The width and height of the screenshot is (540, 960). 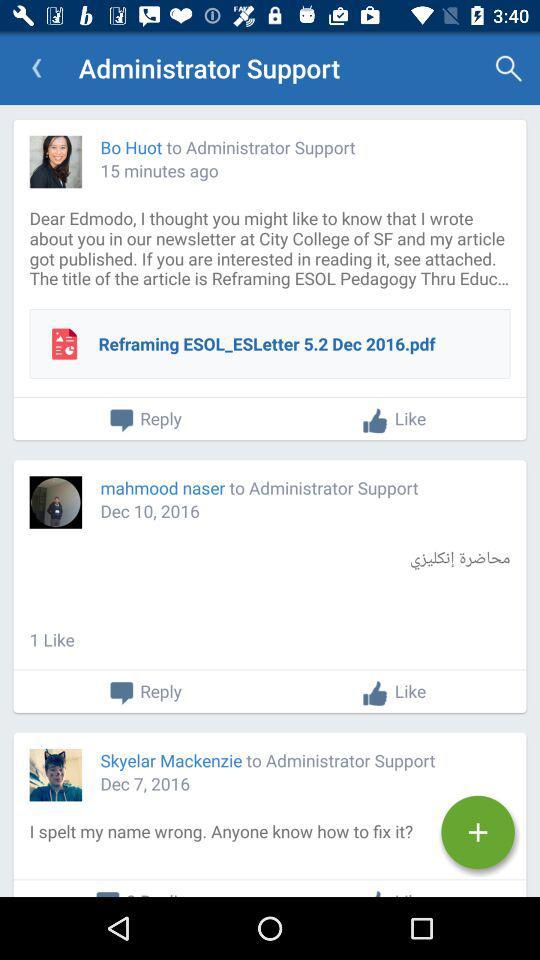 What do you see at coordinates (144, 693) in the screenshot?
I see `reply` at bounding box center [144, 693].